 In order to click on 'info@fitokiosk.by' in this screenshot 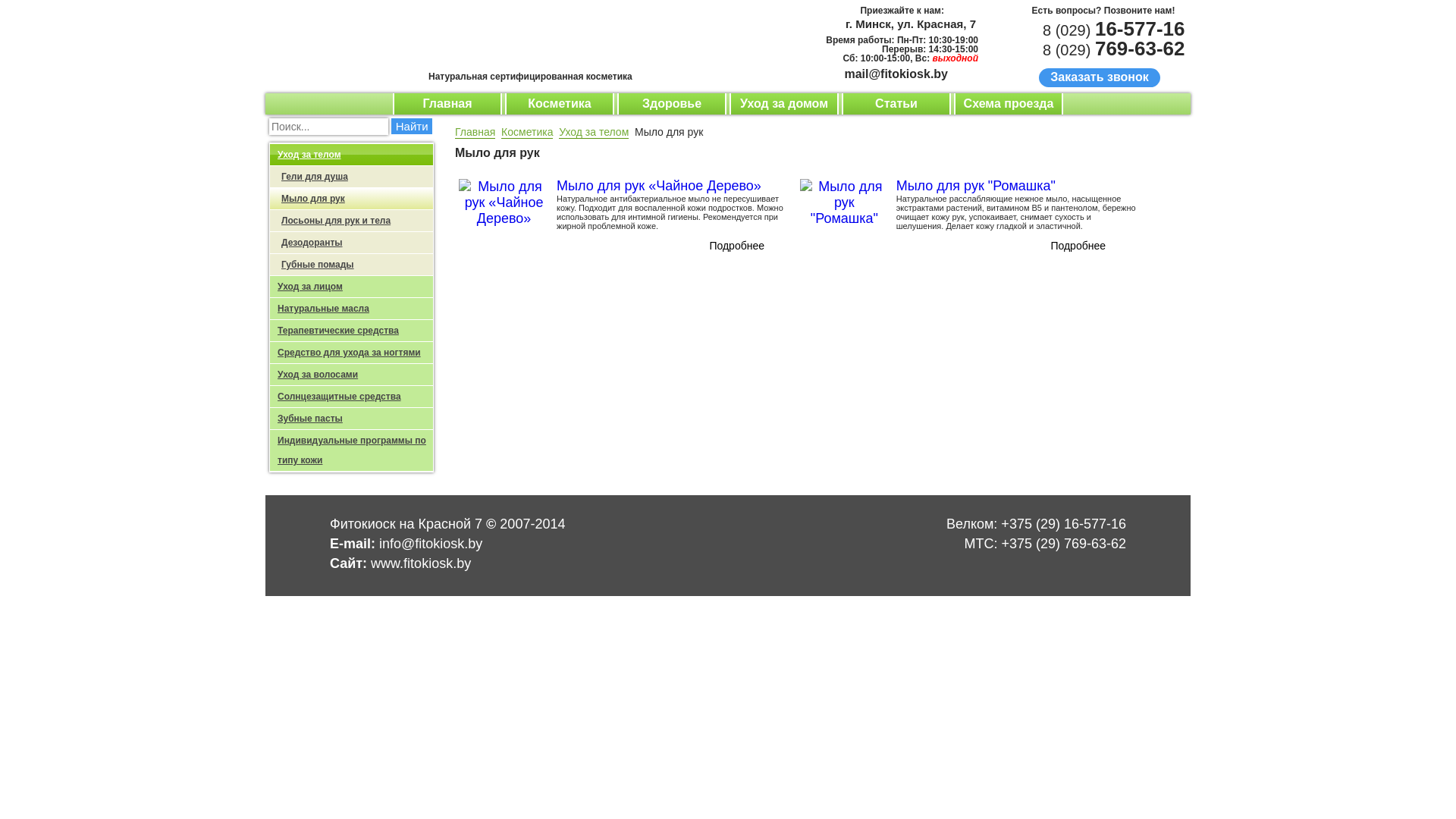, I will do `click(378, 543)`.